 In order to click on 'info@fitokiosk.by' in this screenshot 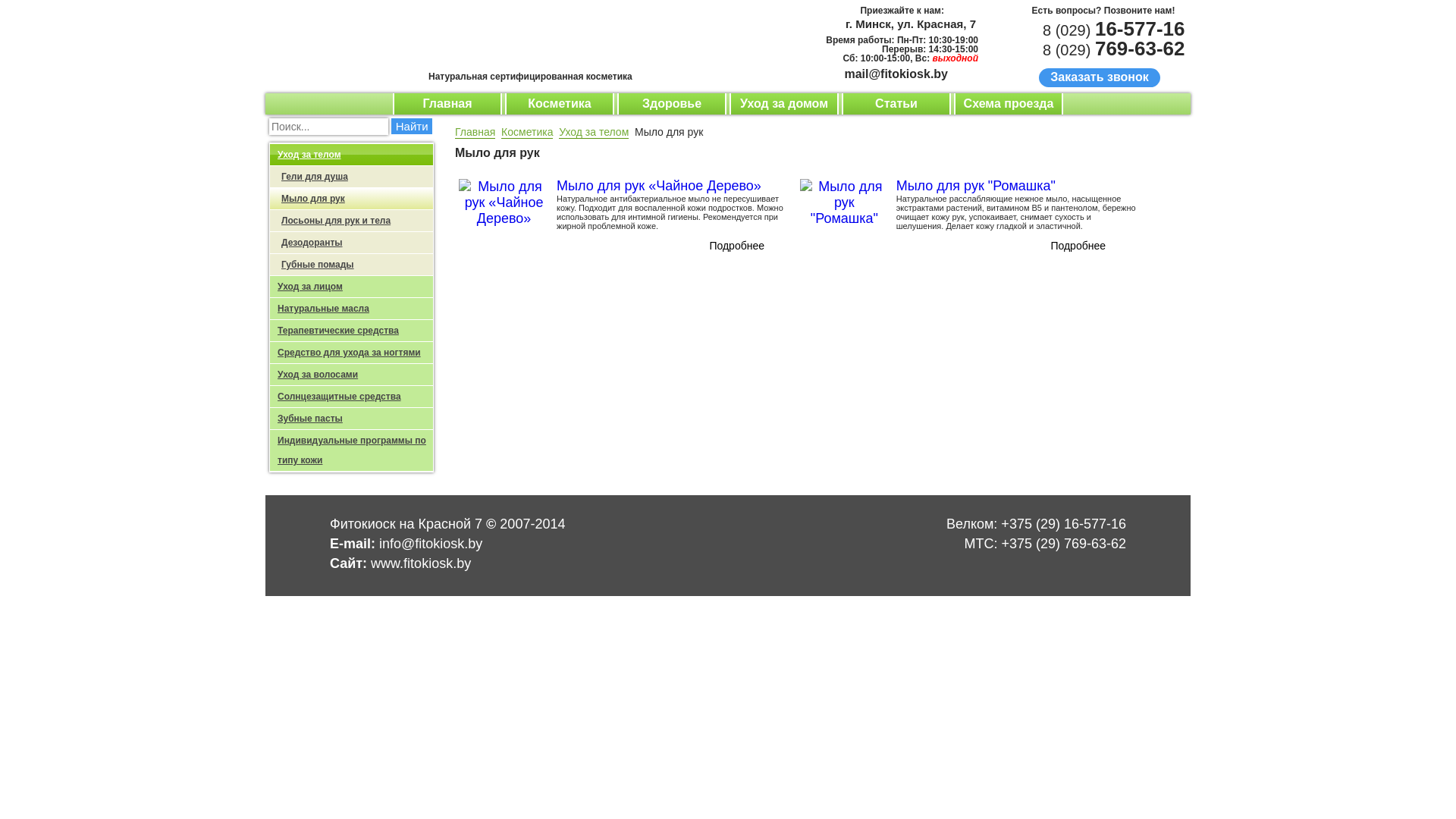, I will do `click(378, 543)`.